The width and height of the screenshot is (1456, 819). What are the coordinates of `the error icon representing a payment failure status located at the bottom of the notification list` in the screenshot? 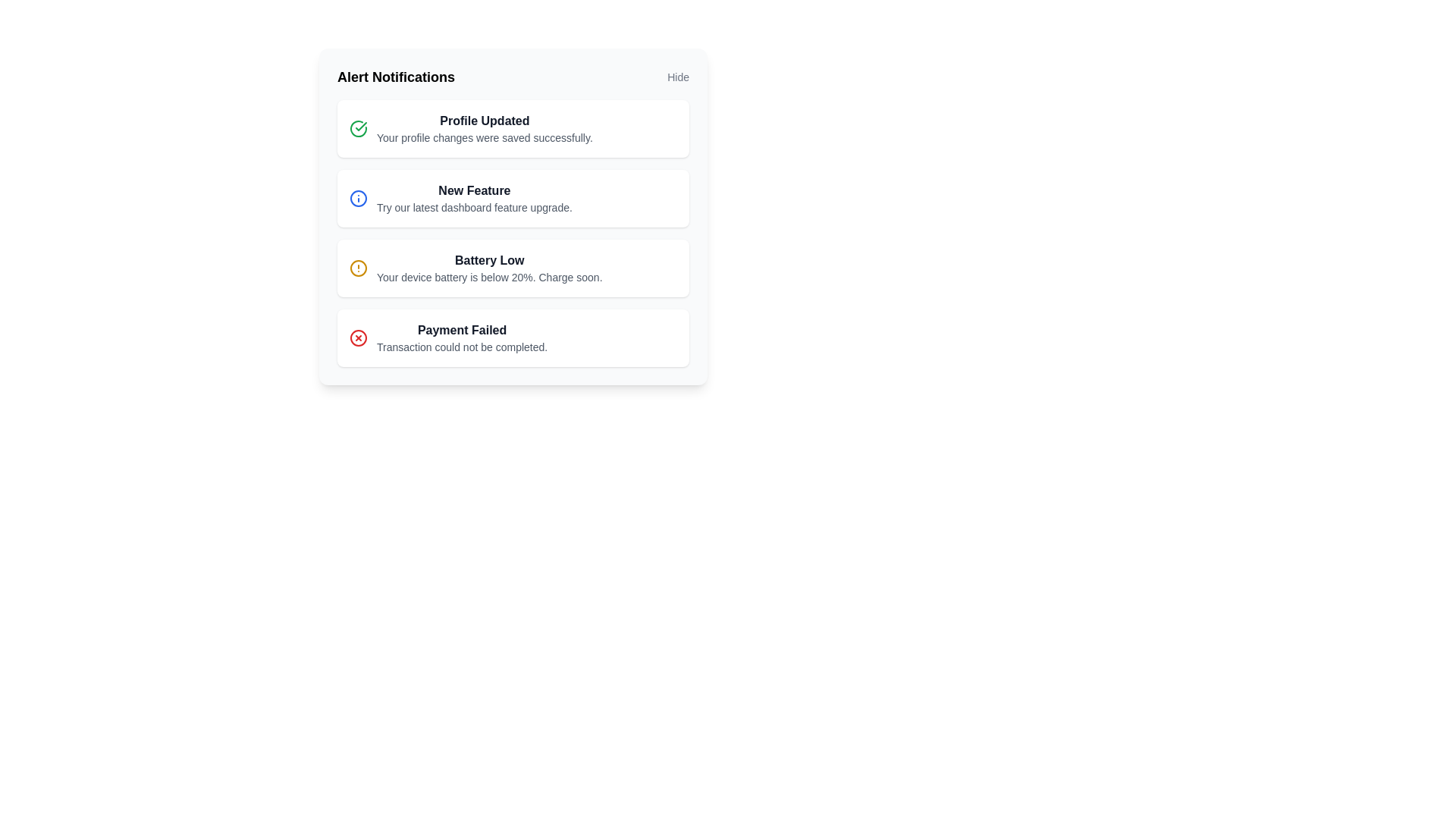 It's located at (358, 337).